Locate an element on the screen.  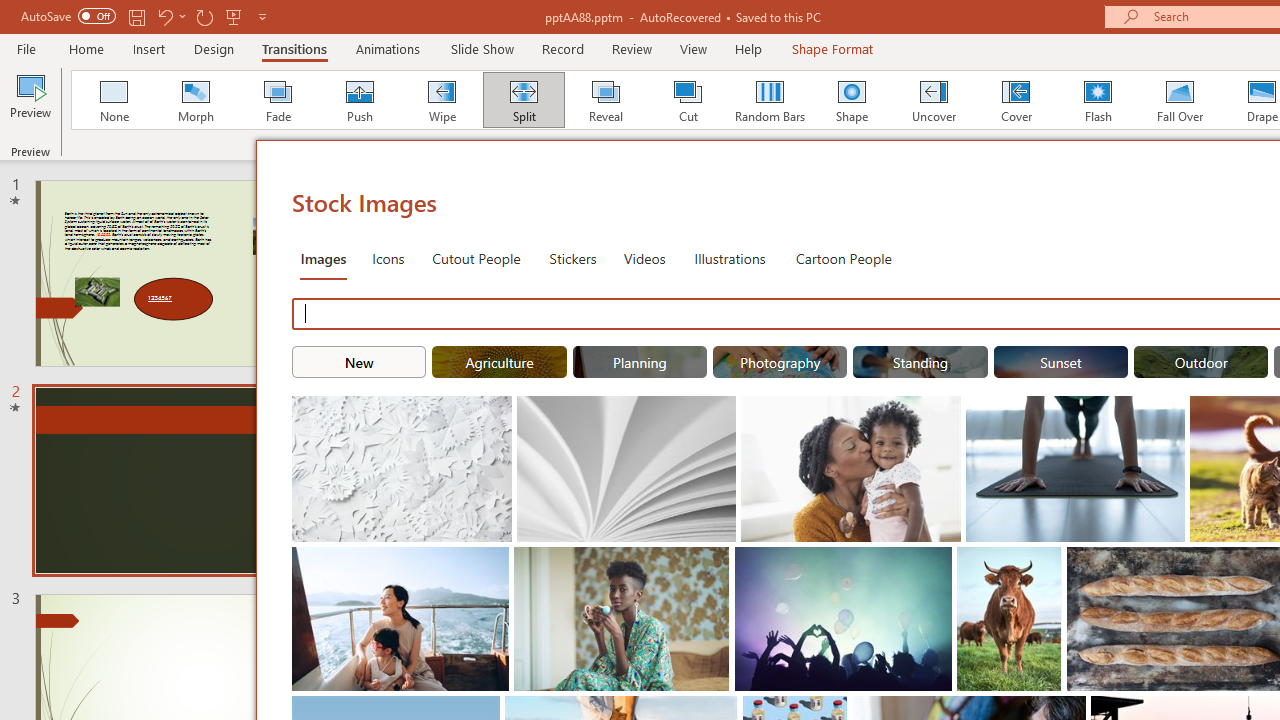
'Stickers' is located at coordinates (572, 257).